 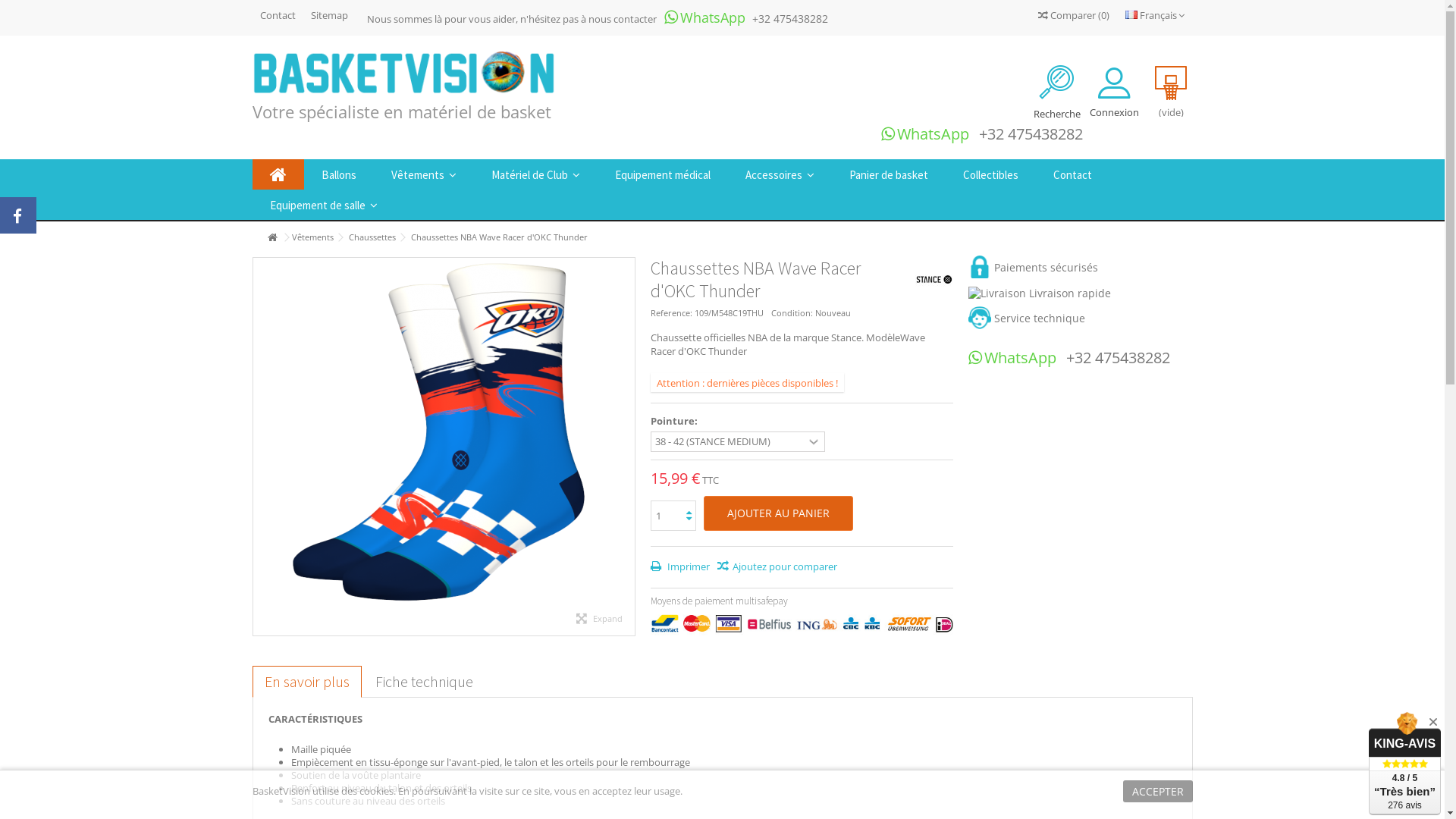 I want to click on 'AJOUTER AU PANIER', so click(x=702, y=513).